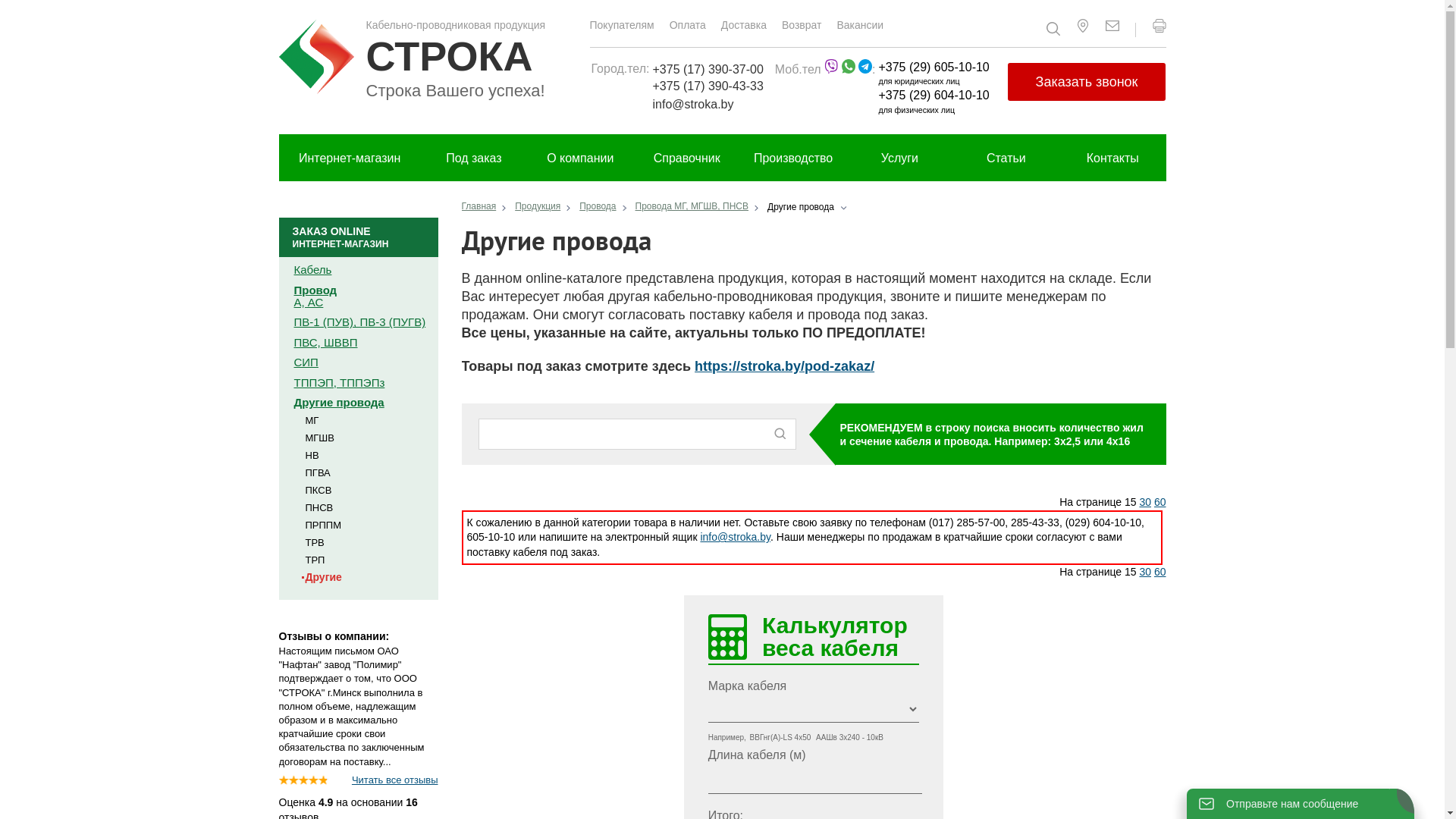 The height and width of the screenshot is (819, 1456). Describe the element at coordinates (708, 86) in the screenshot. I see `'+375 (17) 390-43-33'` at that location.